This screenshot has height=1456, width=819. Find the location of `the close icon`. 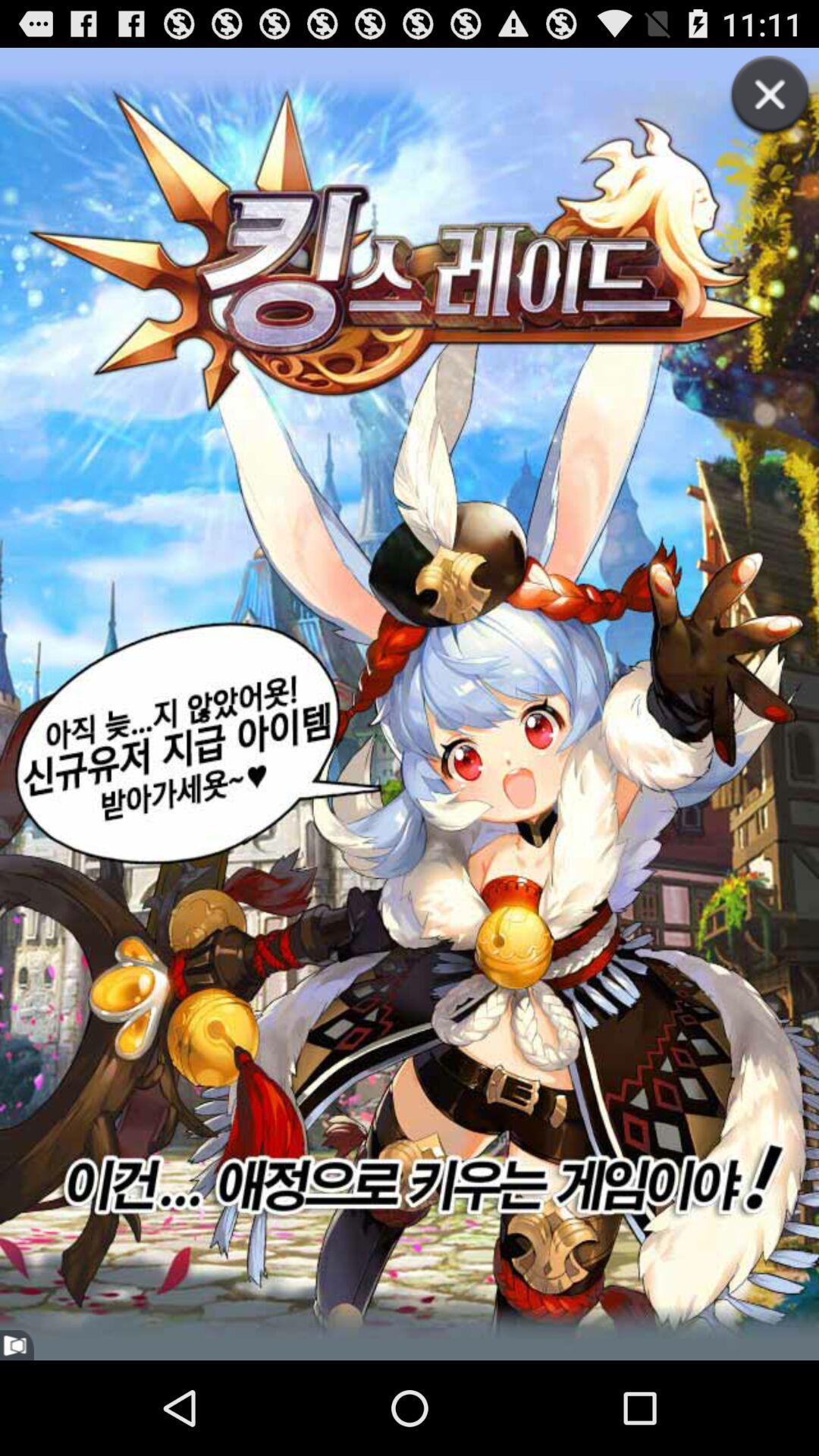

the close icon is located at coordinates (754, 120).